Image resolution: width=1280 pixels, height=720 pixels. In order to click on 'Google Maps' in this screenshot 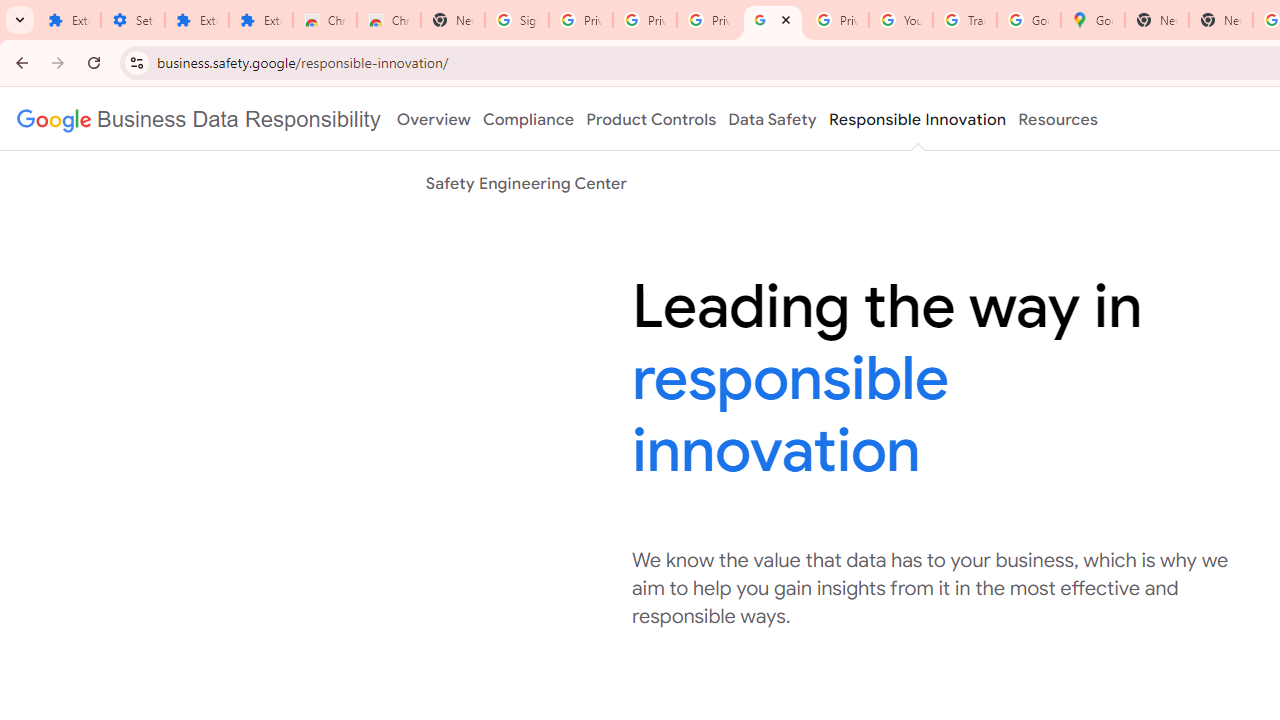, I will do `click(1092, 20)`.